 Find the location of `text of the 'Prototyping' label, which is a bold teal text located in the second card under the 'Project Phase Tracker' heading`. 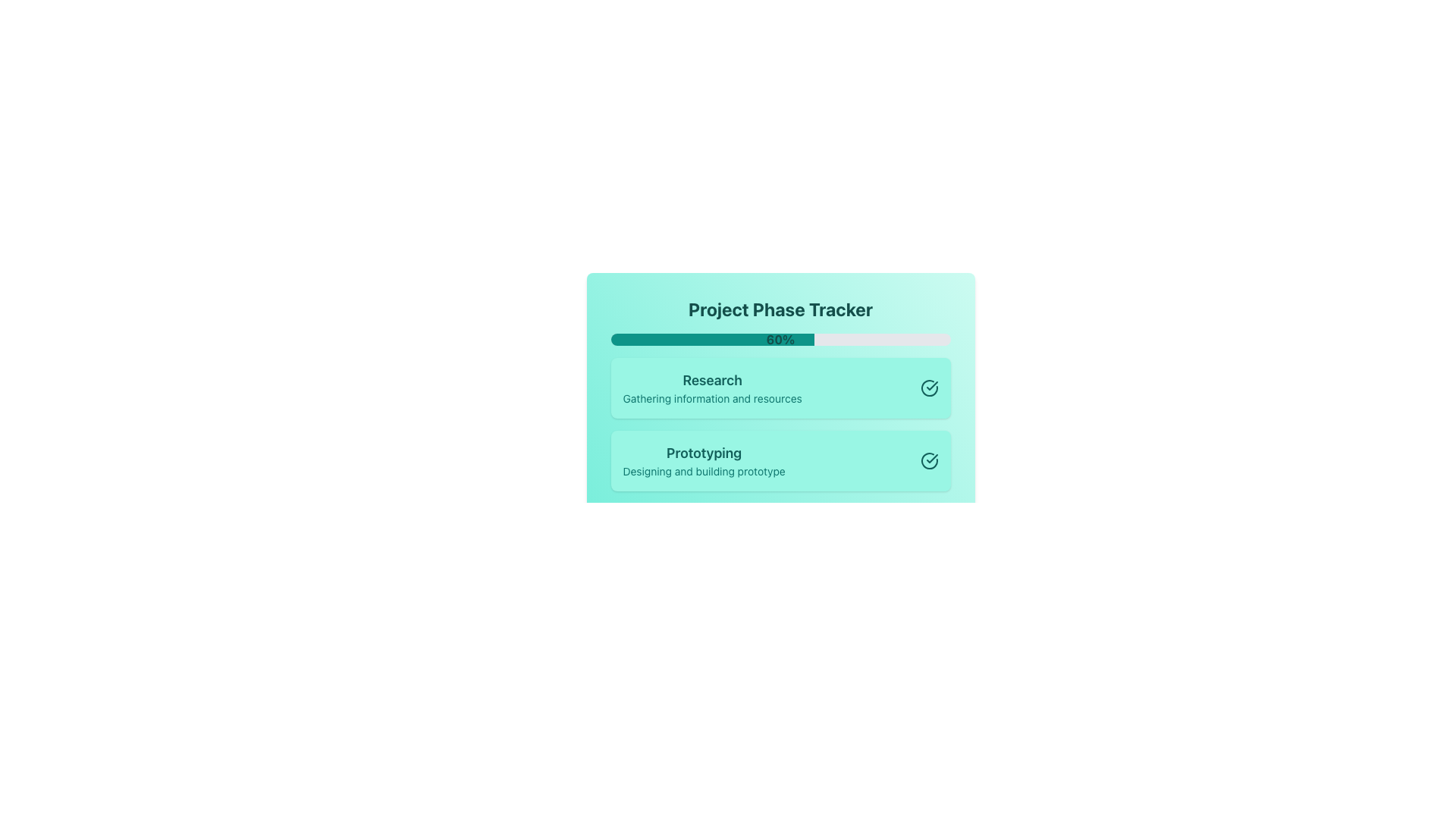

text of the 'Prototyping' label, which is a bold teal text located in the second card under the 'Project Phase Tracker' heading is located at coordinates (703, 452).